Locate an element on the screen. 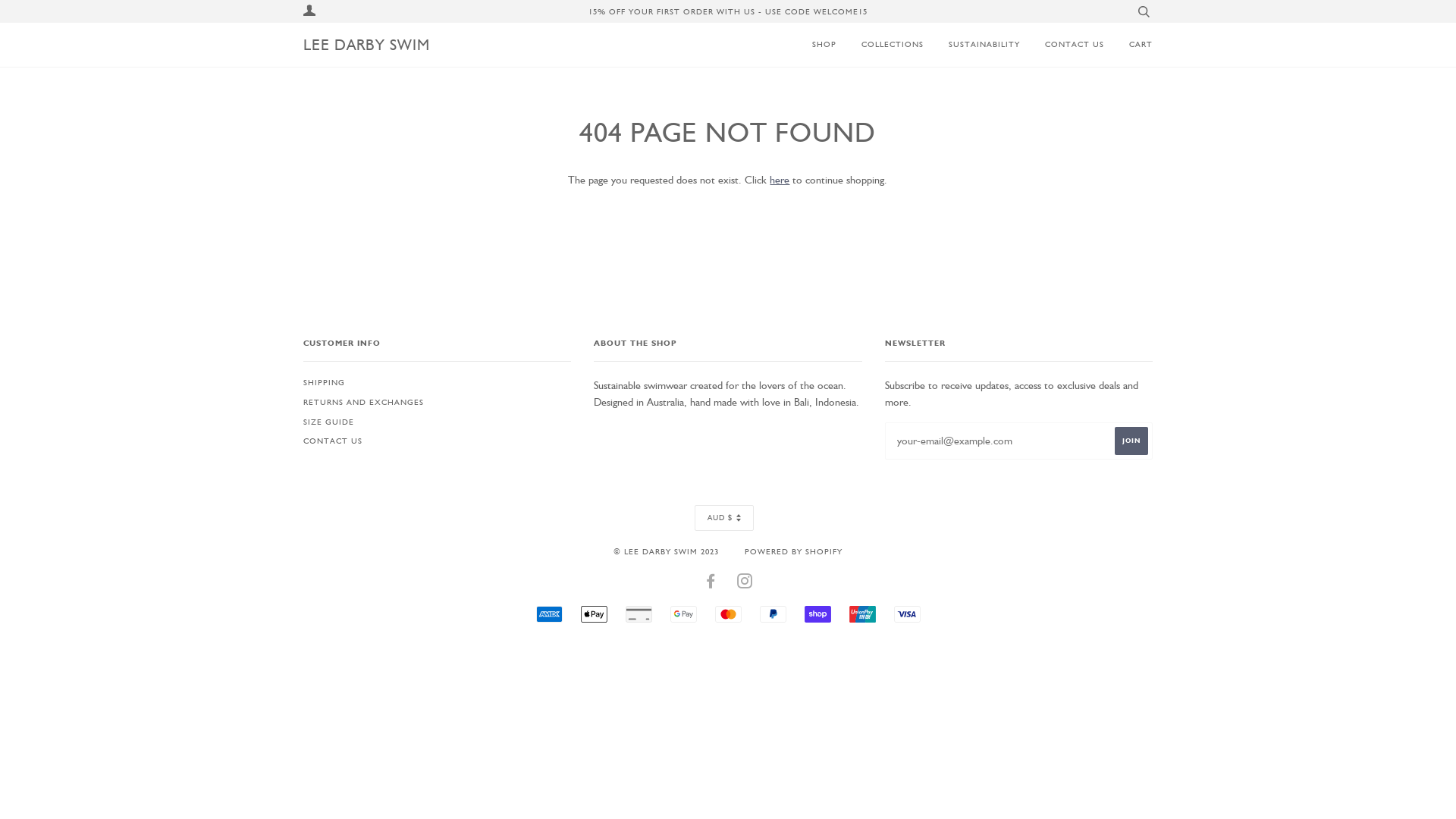 This screenshot has height=819, width=1456. 'Join' is located at coordinates (1131, 441).